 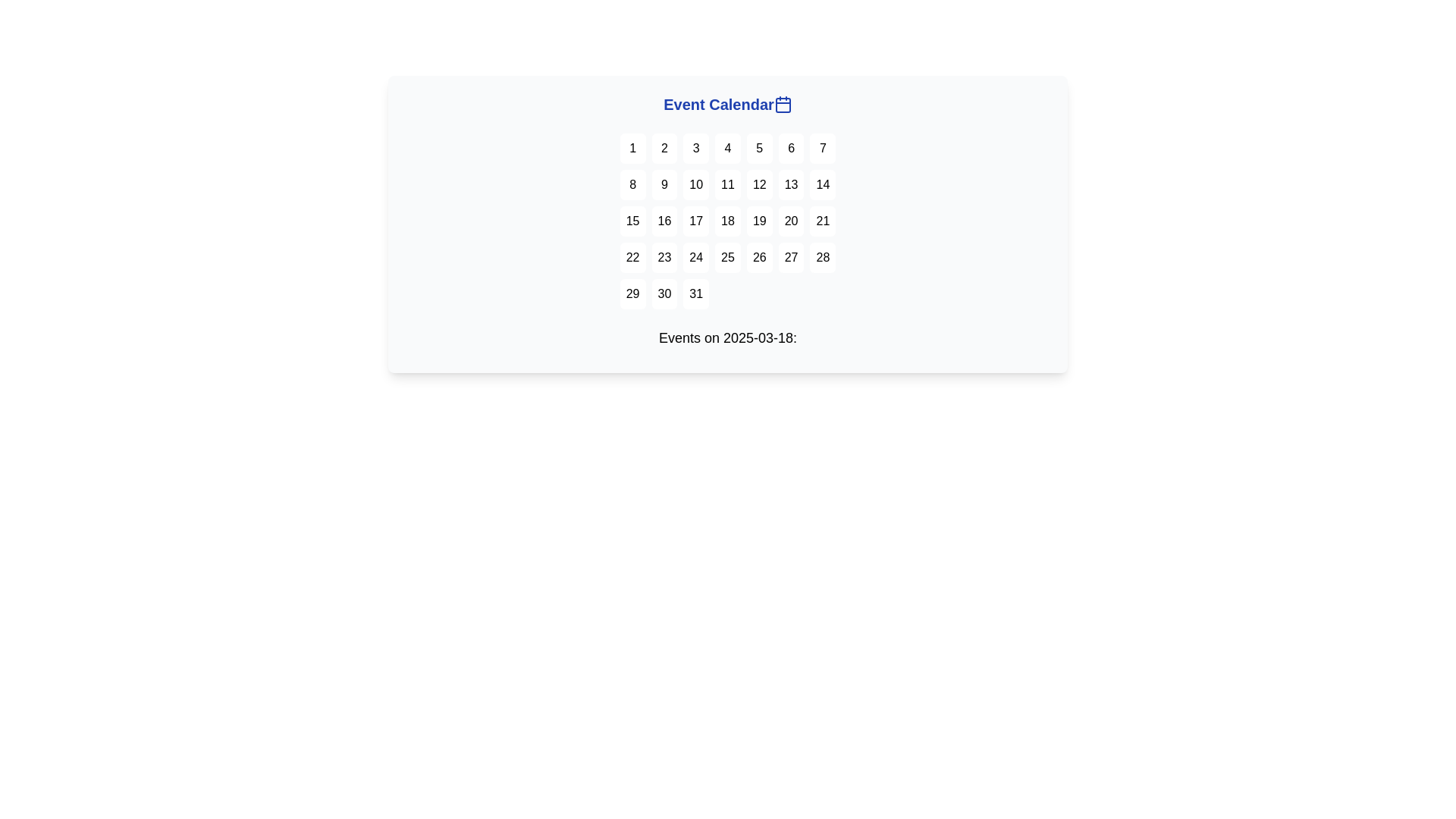 What do you see at coordinates (664, 184) in the screenshot?
I see `the square-shaped button with rounded corners displaying the number '9'` at bounding box center [664, 184].